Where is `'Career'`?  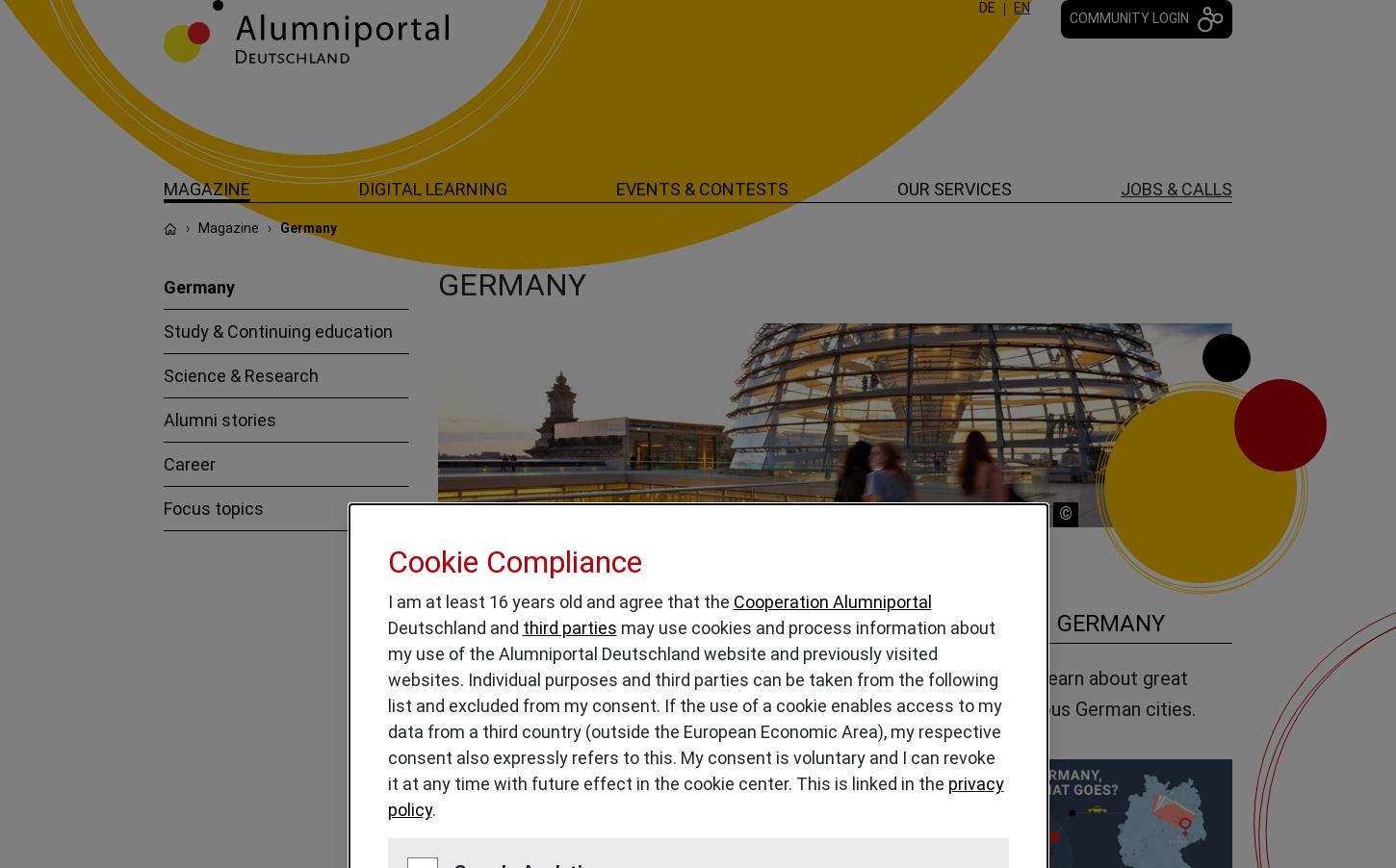
'Career' is located at coordinates (189, 462).